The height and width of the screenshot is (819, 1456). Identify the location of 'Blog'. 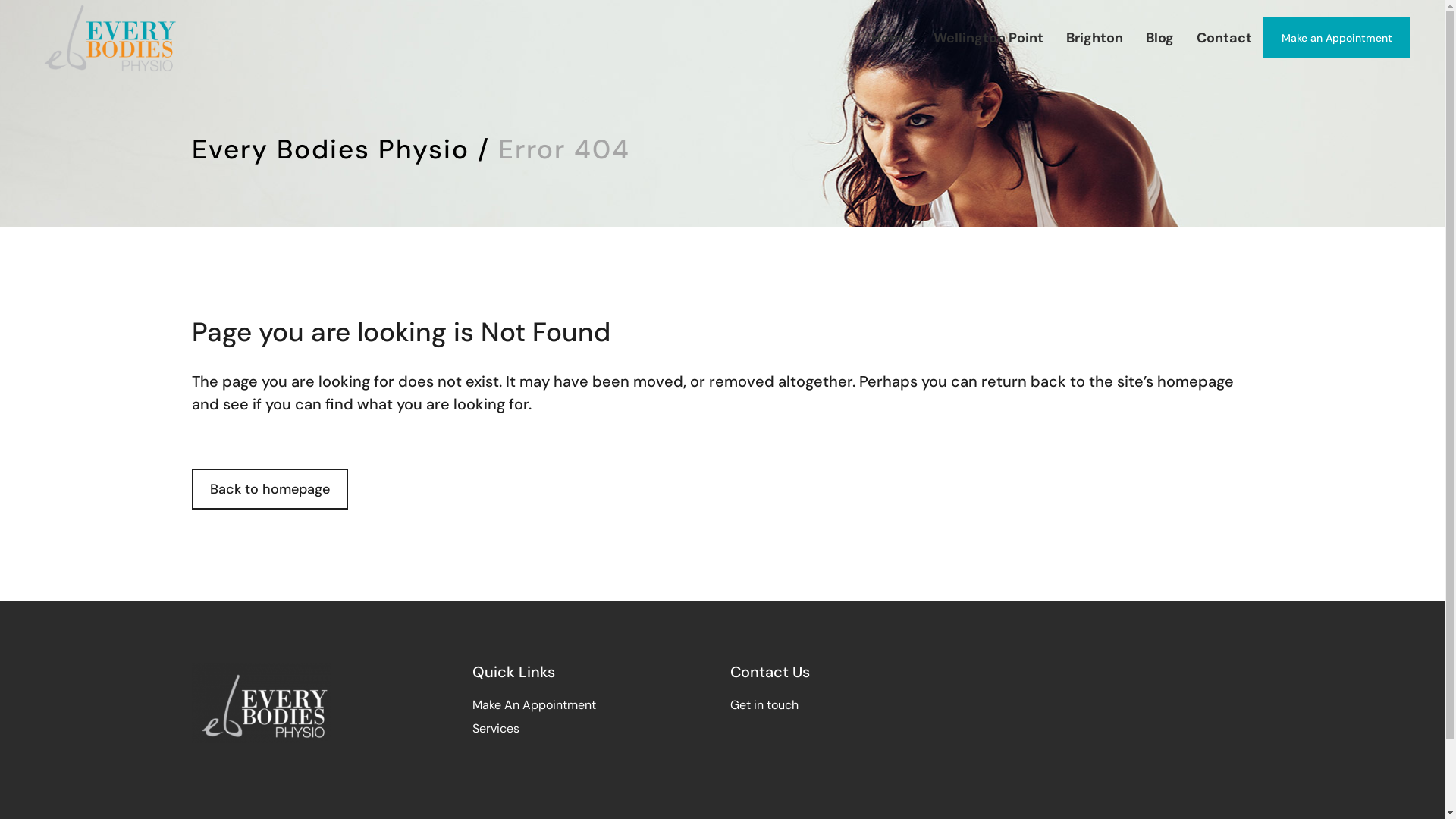
(1159, 37).